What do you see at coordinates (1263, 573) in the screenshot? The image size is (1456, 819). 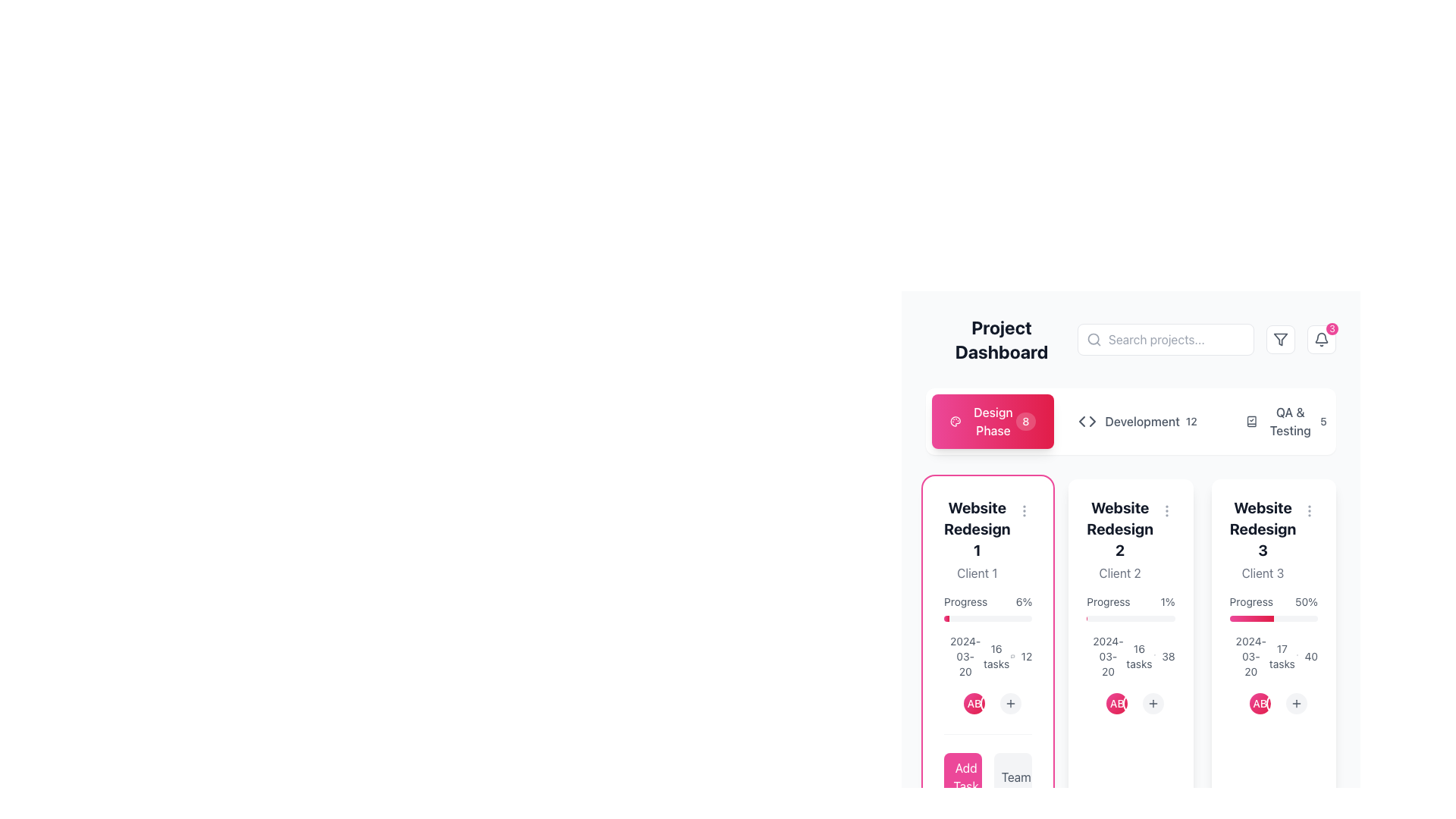 I see `the static text displaying the client's name for the project 'Website Redesign 3' located on the card in the rightmost column of the dashboard, positioned below the heading and above additional information` at bounding box center [1263, 573].